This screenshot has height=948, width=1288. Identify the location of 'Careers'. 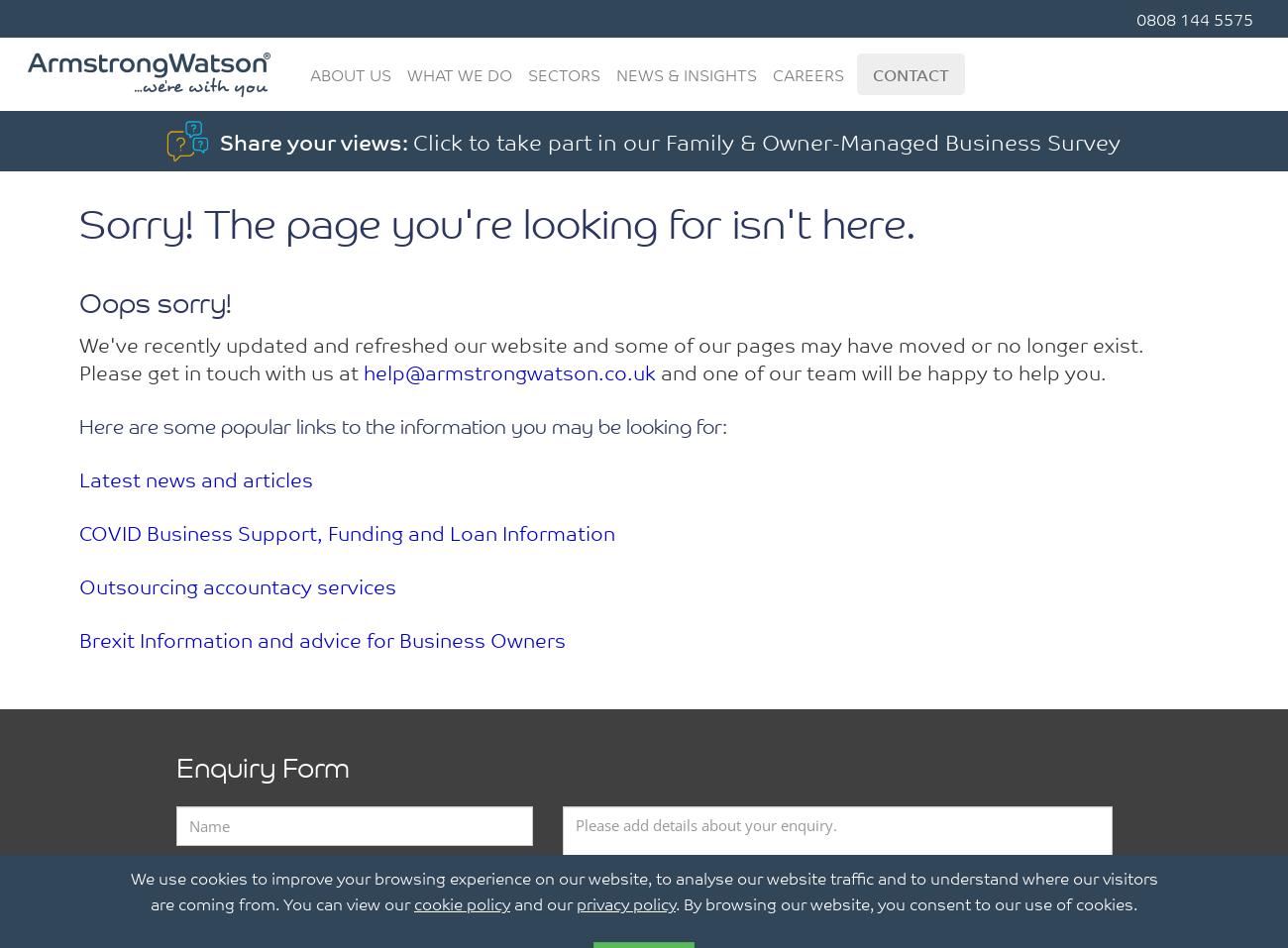
(808, 73).